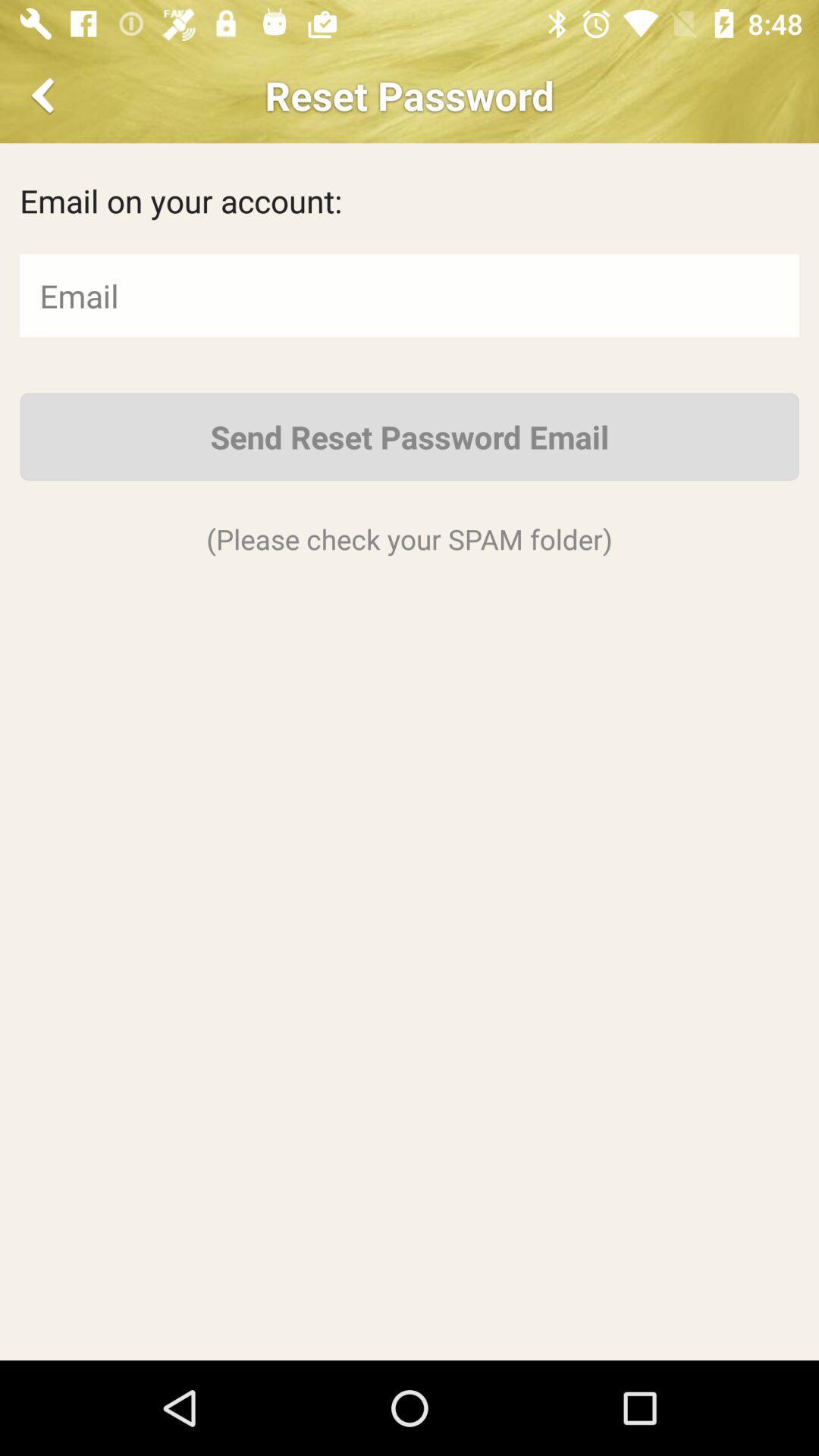 This screenshot has width=819, height=1456. Describe the element at coordinates (45, 94) in the screenshot. I see `the app to the left of reset password icon` at that location.